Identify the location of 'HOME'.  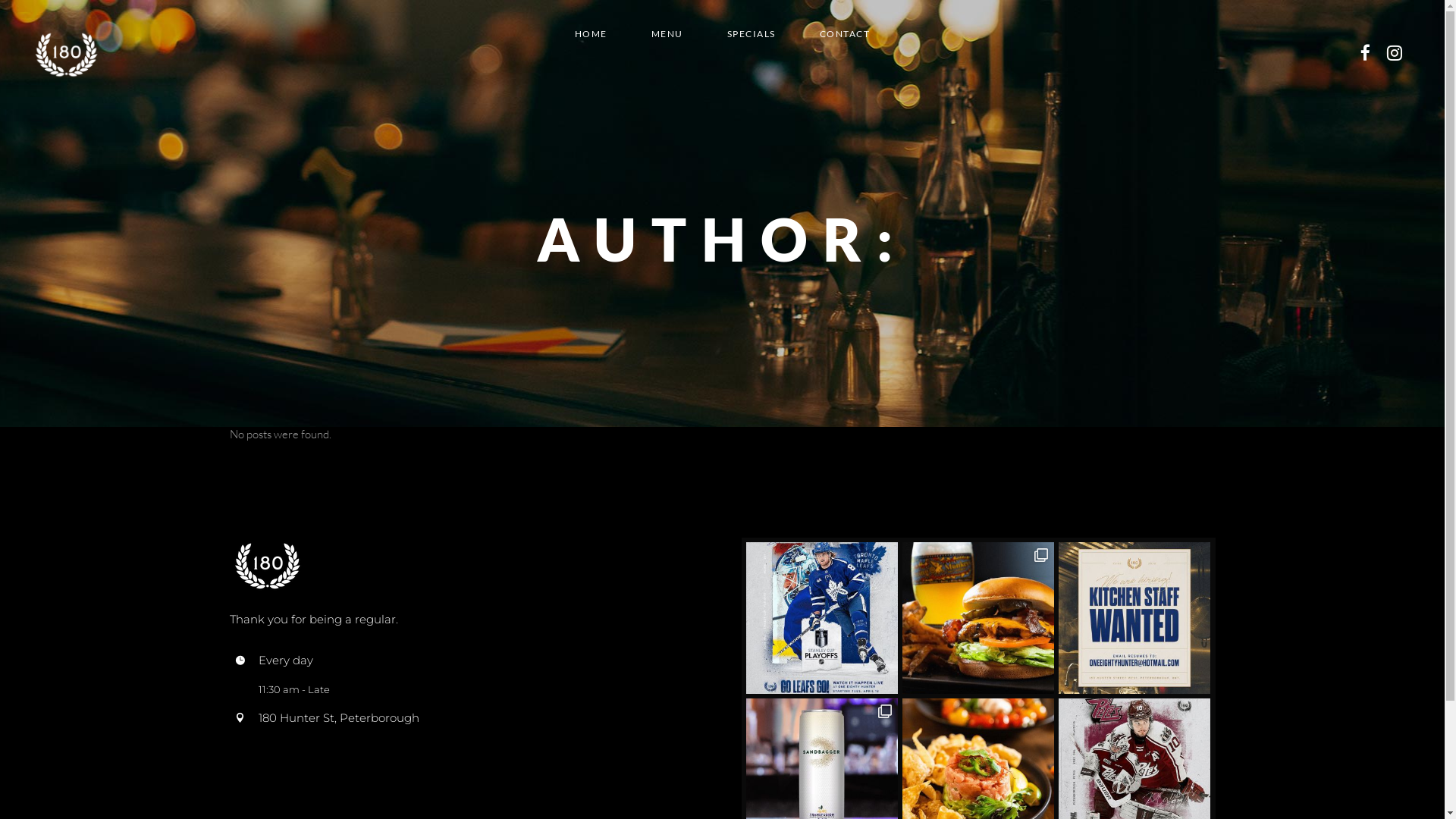
(590, 33).